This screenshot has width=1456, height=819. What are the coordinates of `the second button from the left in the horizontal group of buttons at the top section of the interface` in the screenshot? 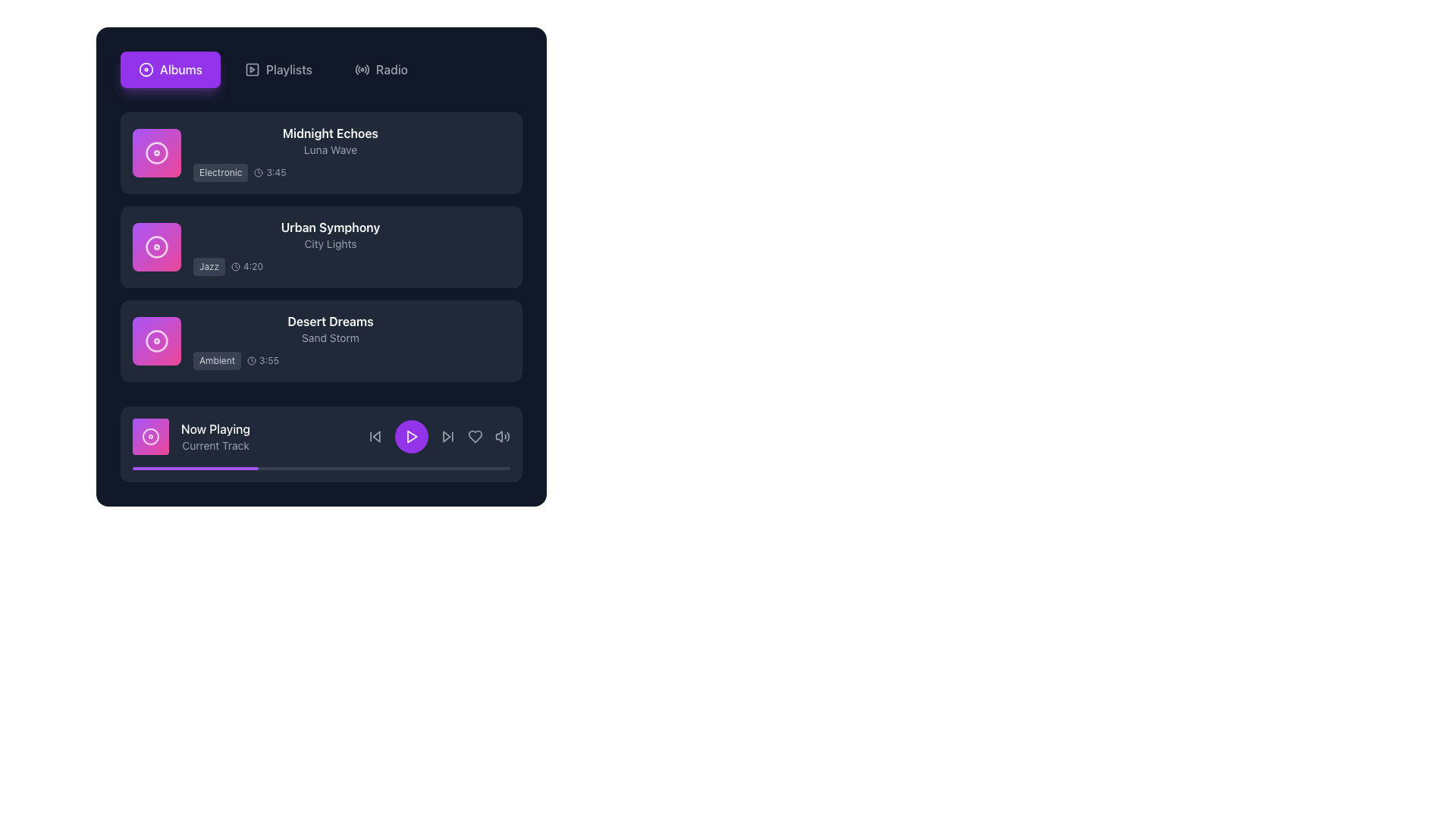 It's located at (278, 70).